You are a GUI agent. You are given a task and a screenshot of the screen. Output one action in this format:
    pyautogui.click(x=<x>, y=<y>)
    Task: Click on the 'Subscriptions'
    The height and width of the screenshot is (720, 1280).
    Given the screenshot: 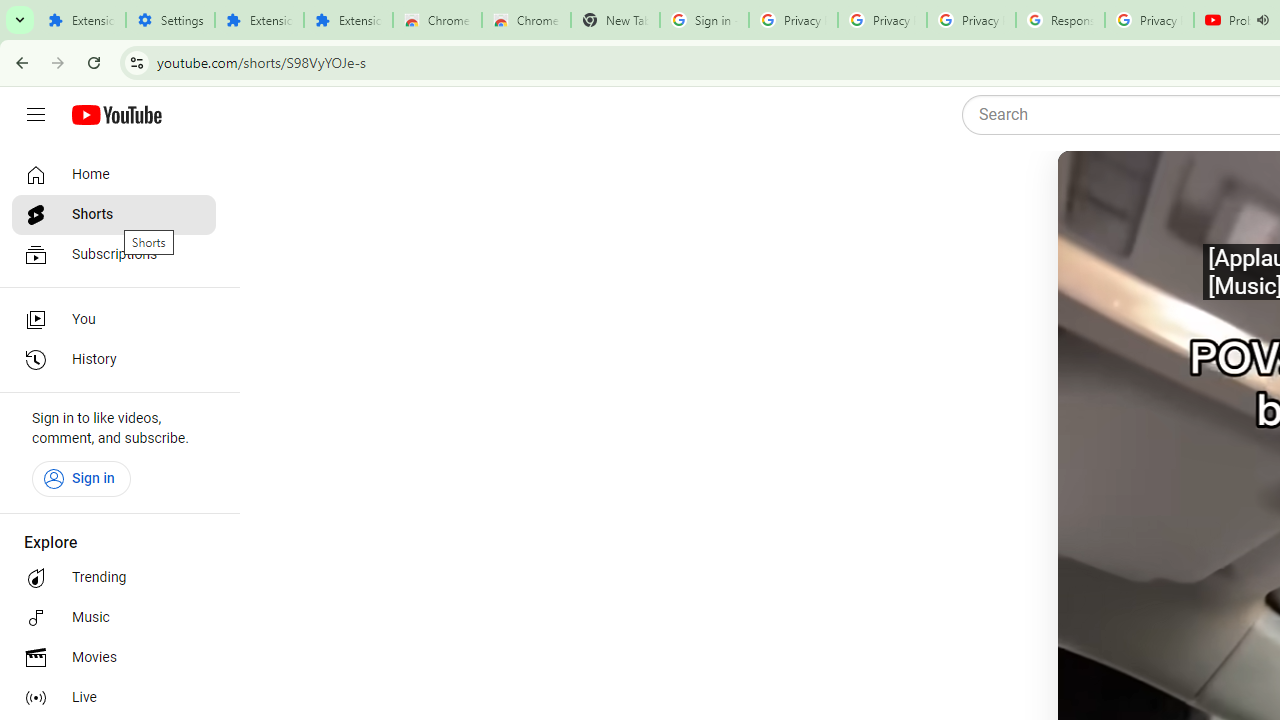 What is the action you would take?
    pyautogui.click(x=112, y=253)
    